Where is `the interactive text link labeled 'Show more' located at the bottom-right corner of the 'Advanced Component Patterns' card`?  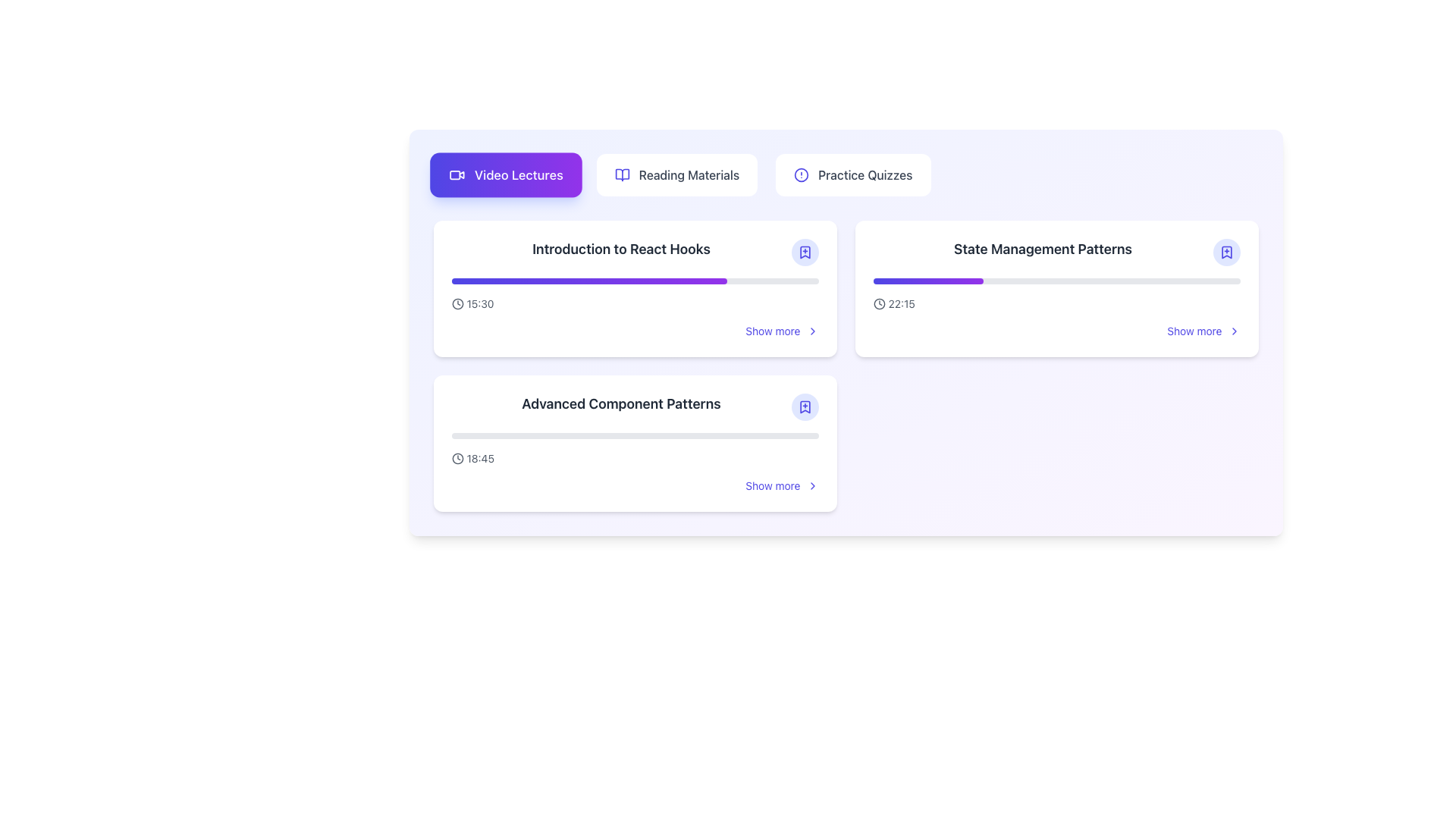 the interactive text link labeled 'Show more' located at the bottom-right corner of the 'Advanced Component Patterns' card is located at coordinates (773, 485).